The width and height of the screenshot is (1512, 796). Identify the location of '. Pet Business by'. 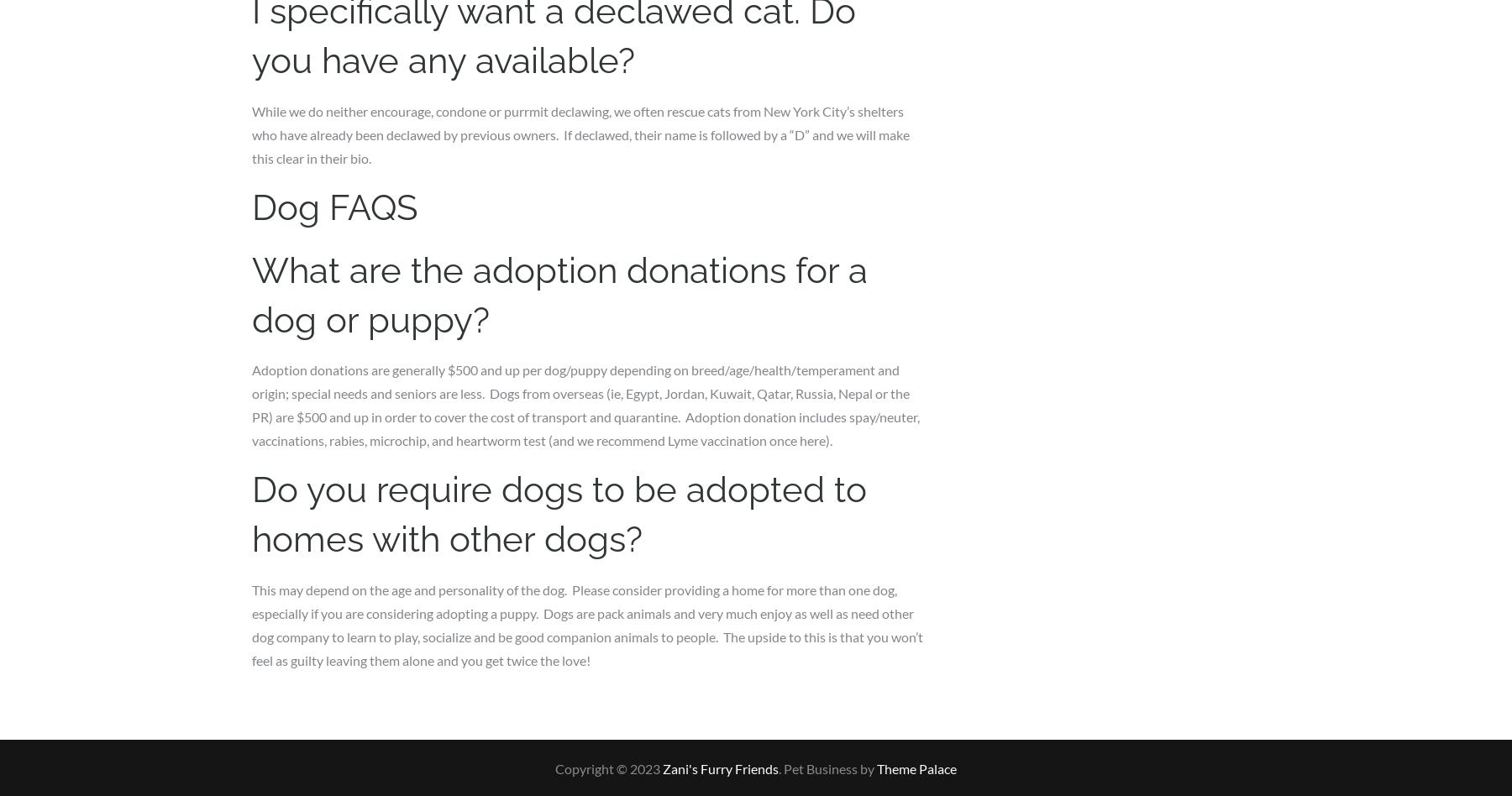
(827, 767).